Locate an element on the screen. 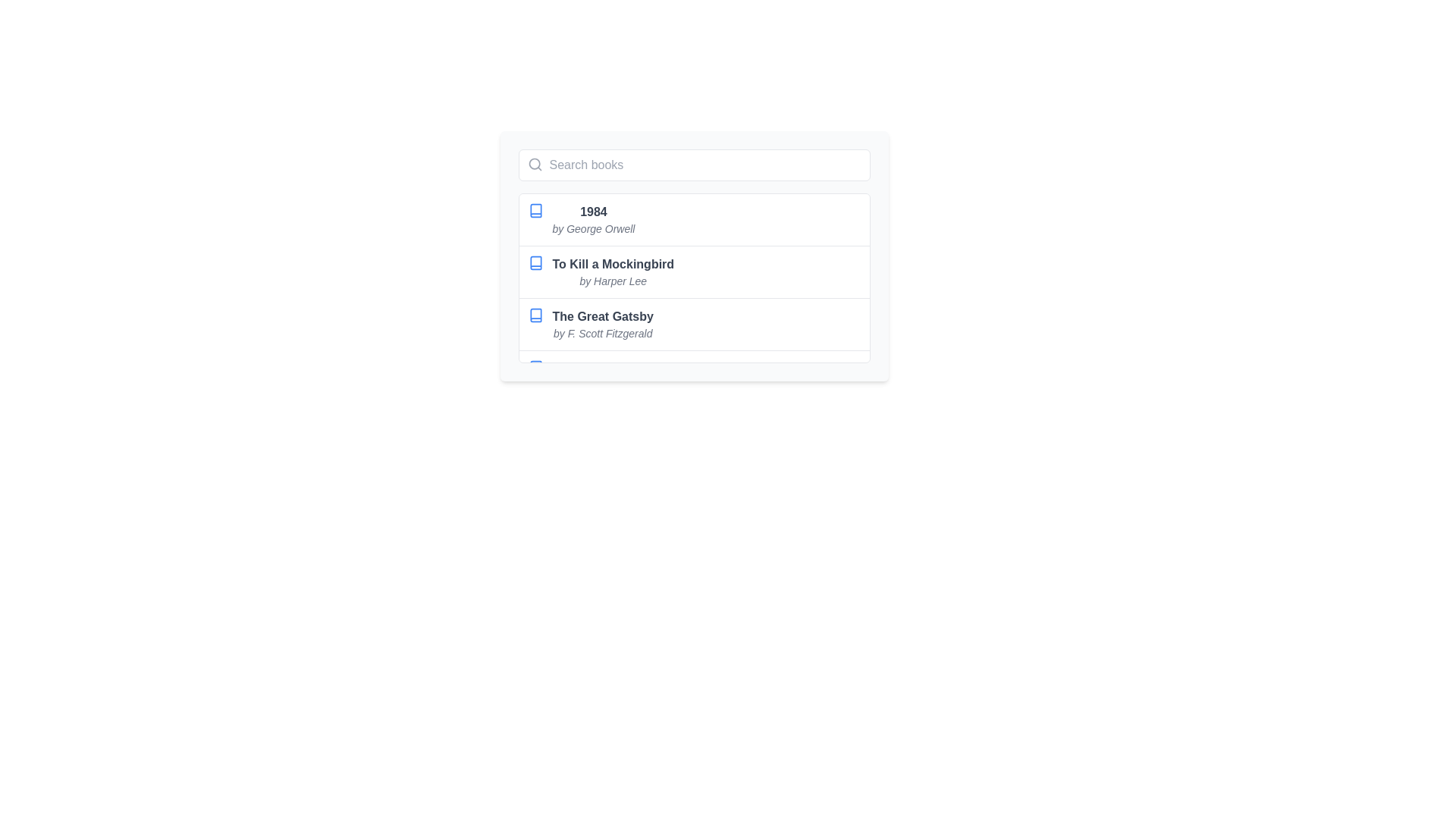 Image resolution: width=1456 pixels, height=819 pixels. the list item presenting 'To Kill a Mockingbird' by Harper Lee is located at coordinates (693, 271).